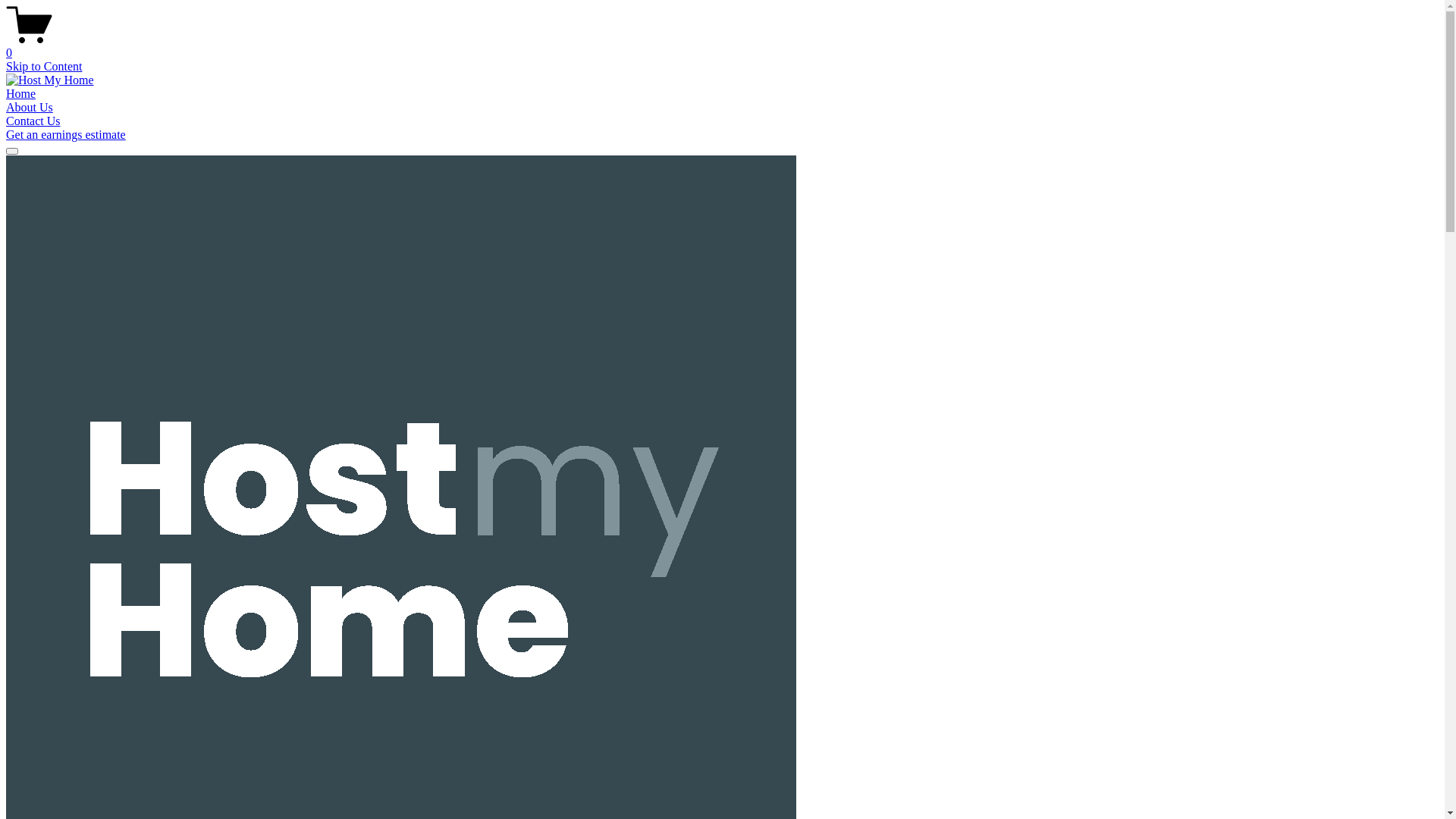 The height and width of the screenshot is (819, 1456). What do you see at coordinates (64, 133) in the screenshot?
I see `'Get an earnings estimate'` at bounding box center [64, 133].